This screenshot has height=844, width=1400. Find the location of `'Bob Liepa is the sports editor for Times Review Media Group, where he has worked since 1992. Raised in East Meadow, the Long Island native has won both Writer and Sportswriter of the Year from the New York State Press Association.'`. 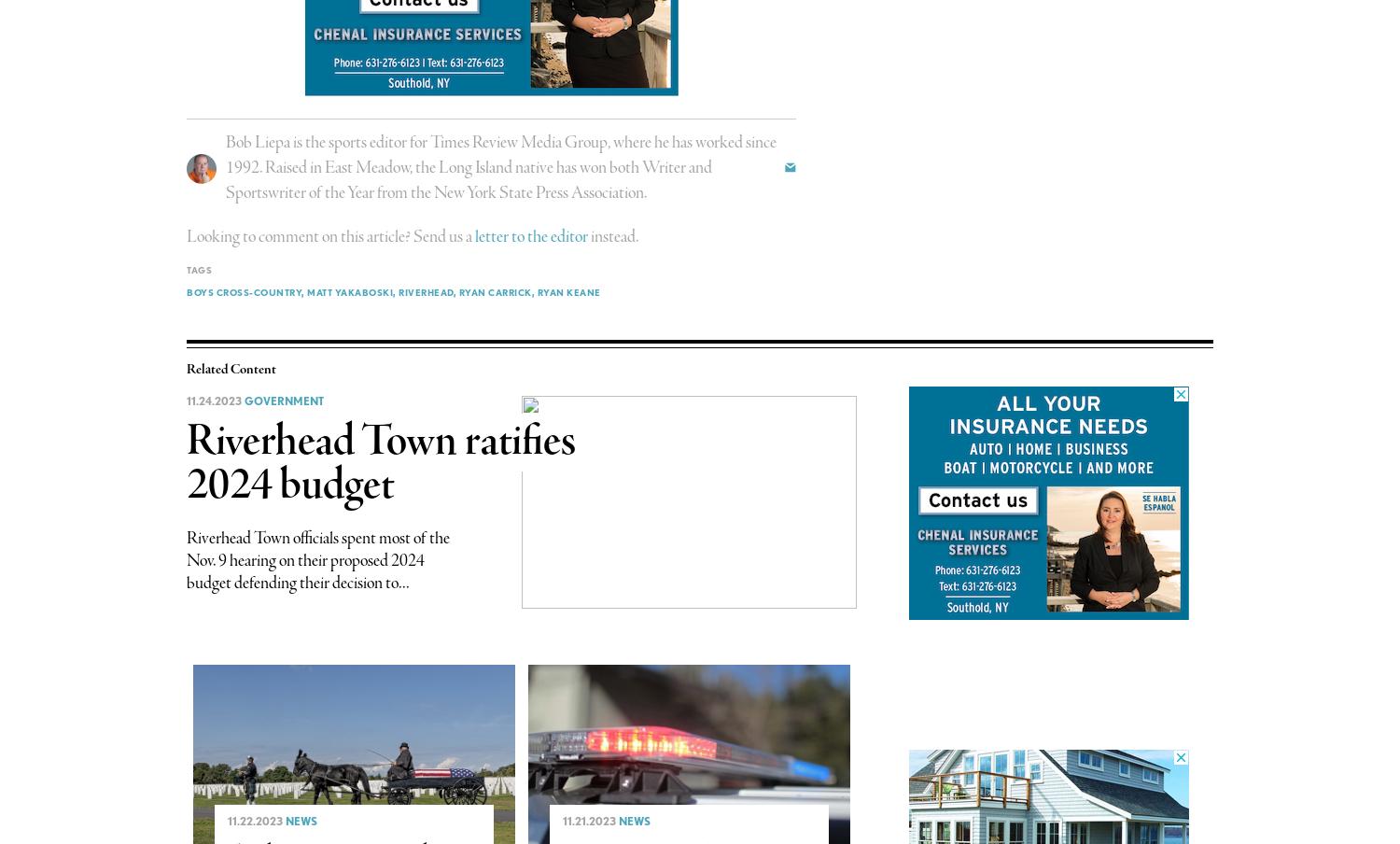

'Bob Liepa is the sports editor for Times Review Media Group, where he has worked since 1992. Raised in East Meadow, the Long Island native has won both Writer and Sportswriter of the Year from the New York State Press Association.' is located at coordinates (501, 167).